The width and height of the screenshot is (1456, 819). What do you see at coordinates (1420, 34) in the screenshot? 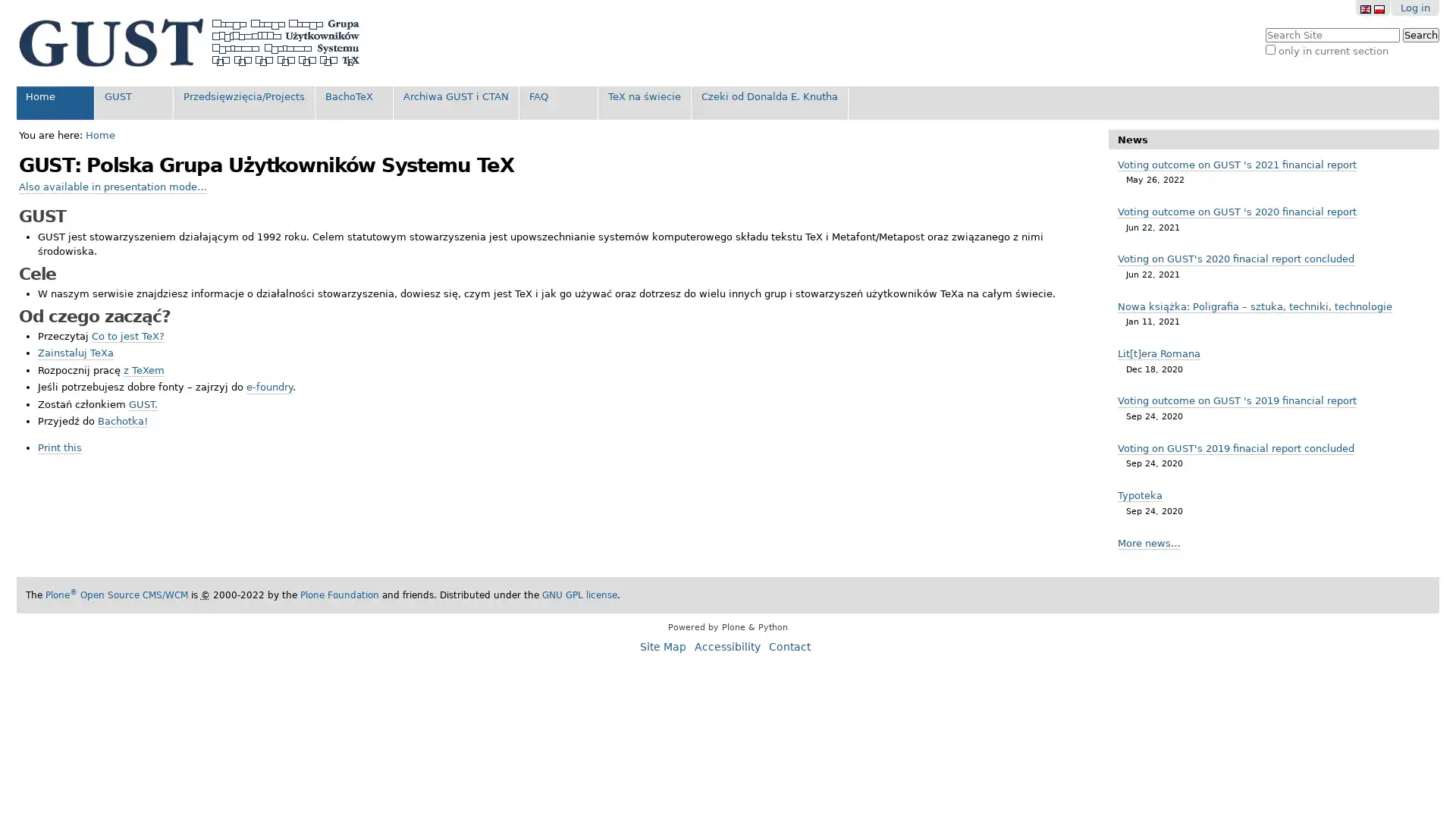
I see `Search` at bounding box center [1420, 34].